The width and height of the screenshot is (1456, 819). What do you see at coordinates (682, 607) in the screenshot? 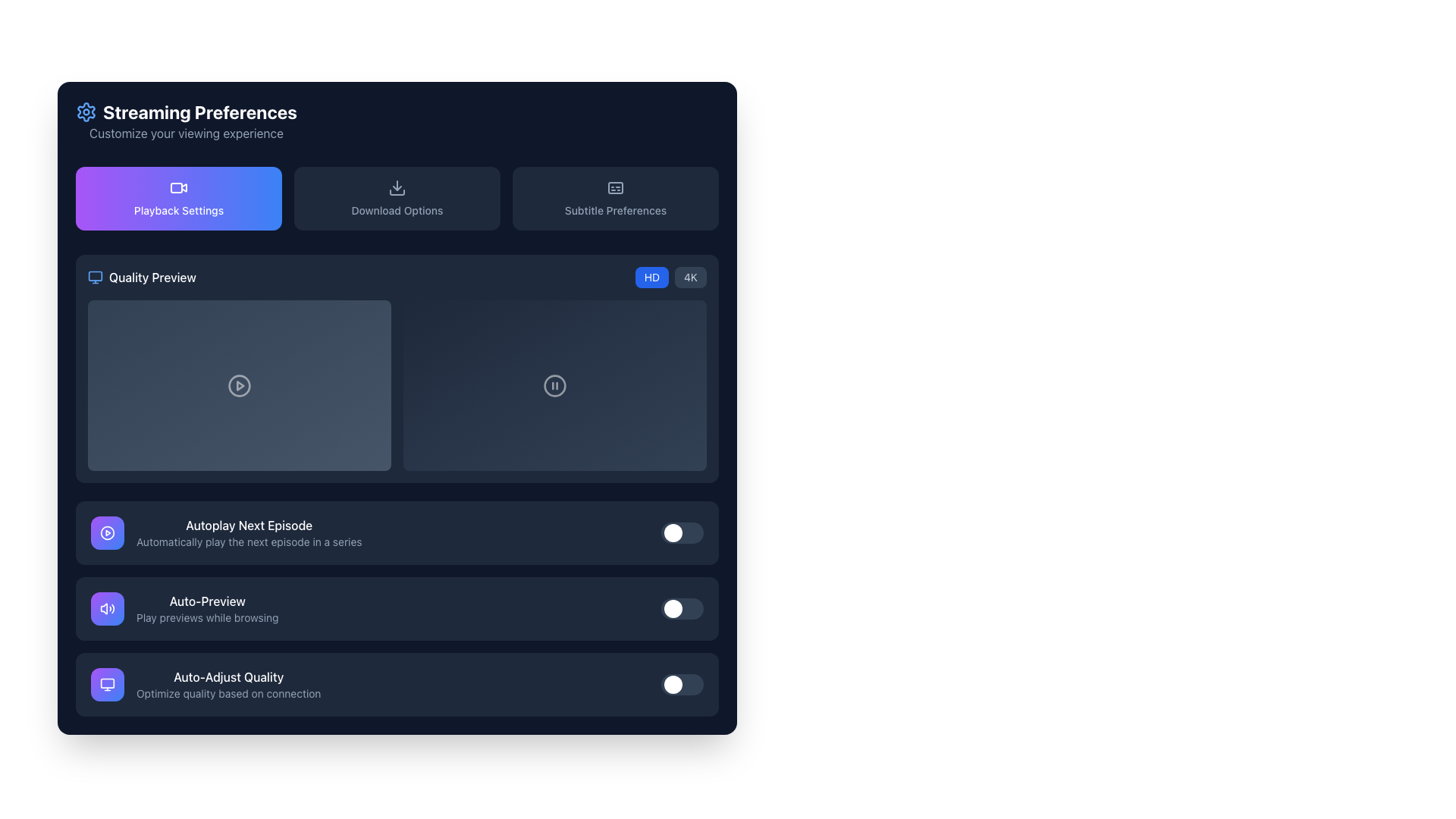
I see `the toggle switch in the bottom-right corner of the 'Auto-Preview' setting row` at bounding box center [682, 607].